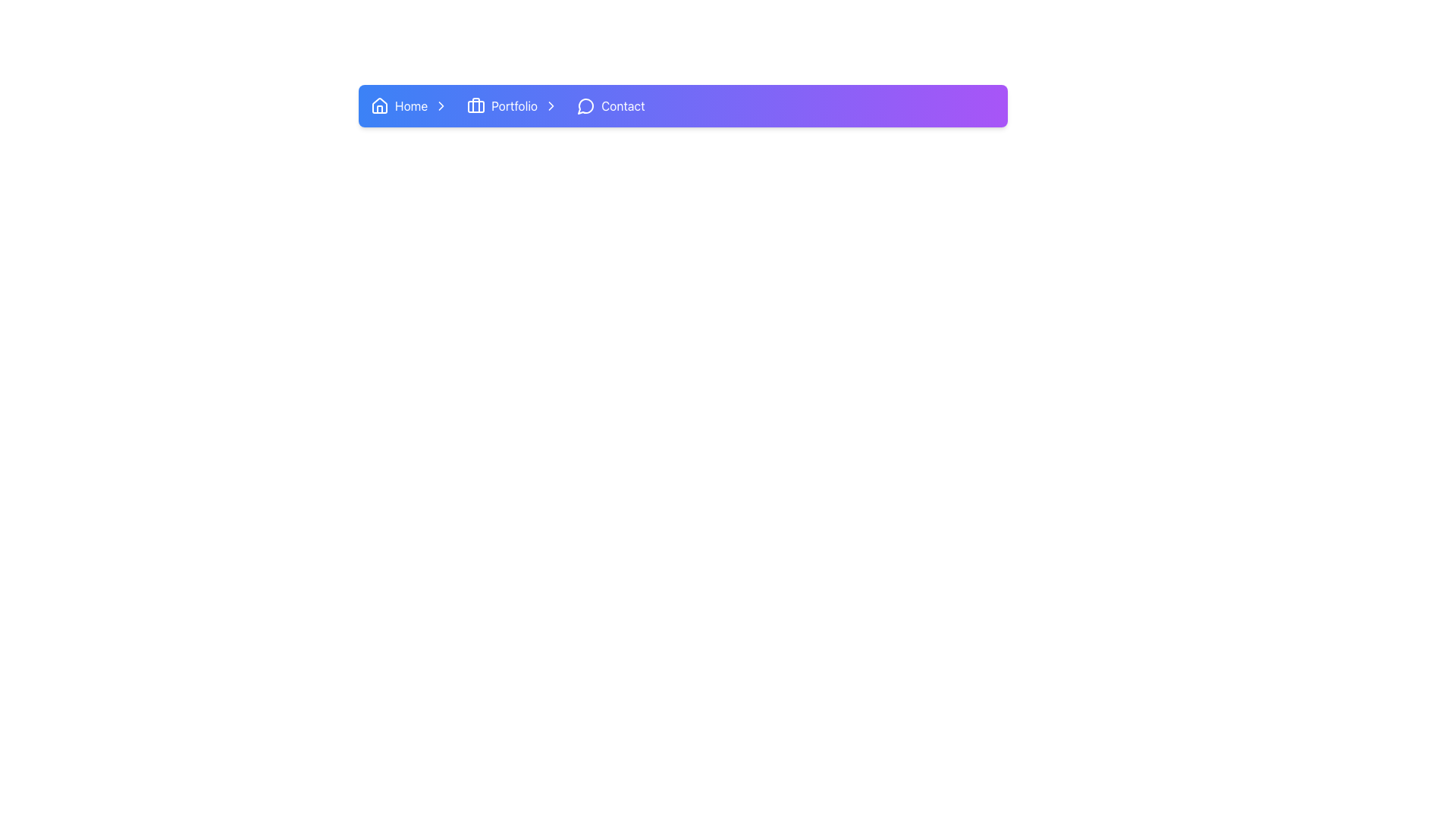  What do you see at coordinates (411, 105) in the screenshot?
I see `the 'Home' link in the blue navigation bar` at bounding box center [411, 105].